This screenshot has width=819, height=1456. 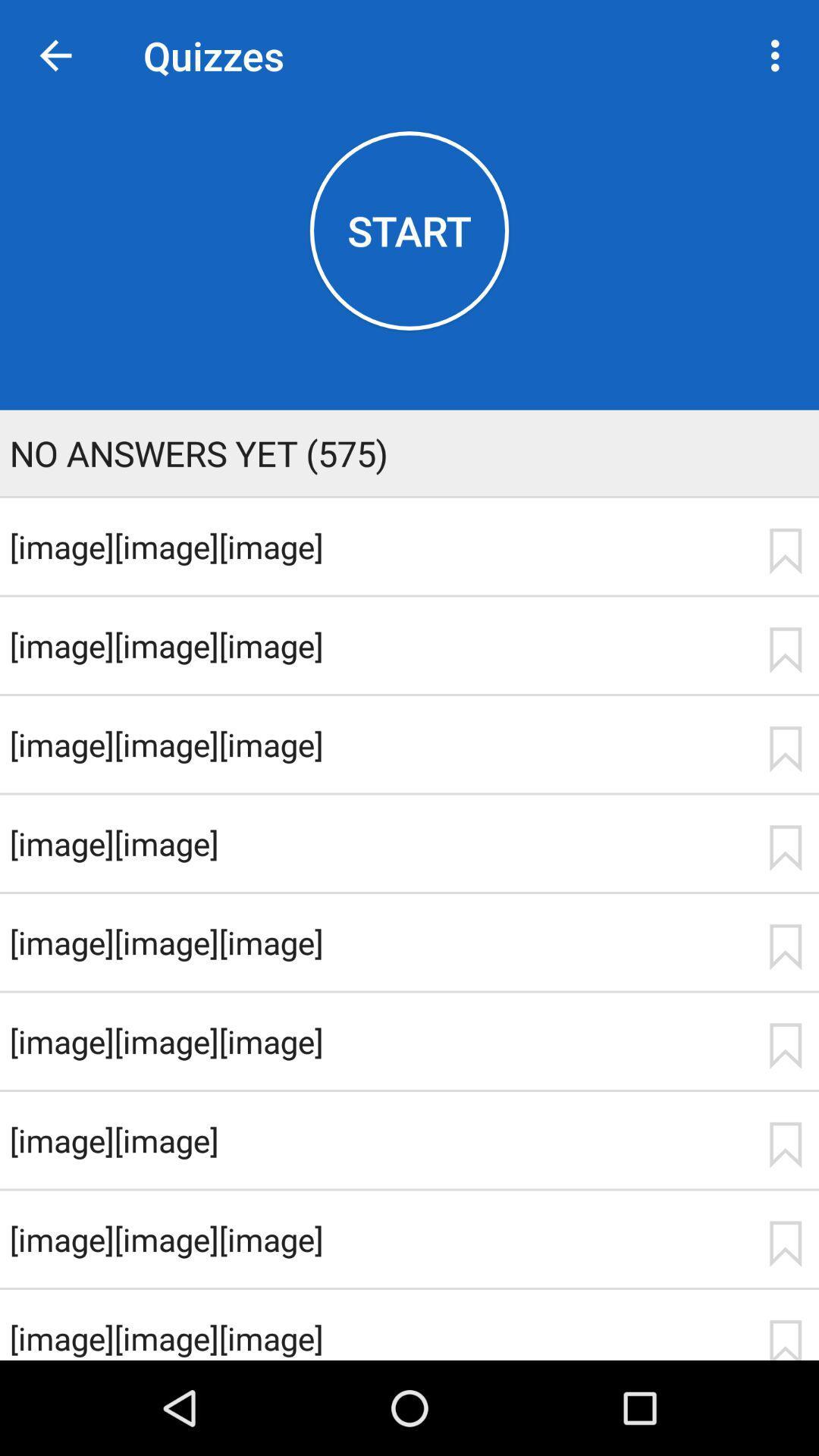 I want to click on bookmark item, so click(x=785, y=847).